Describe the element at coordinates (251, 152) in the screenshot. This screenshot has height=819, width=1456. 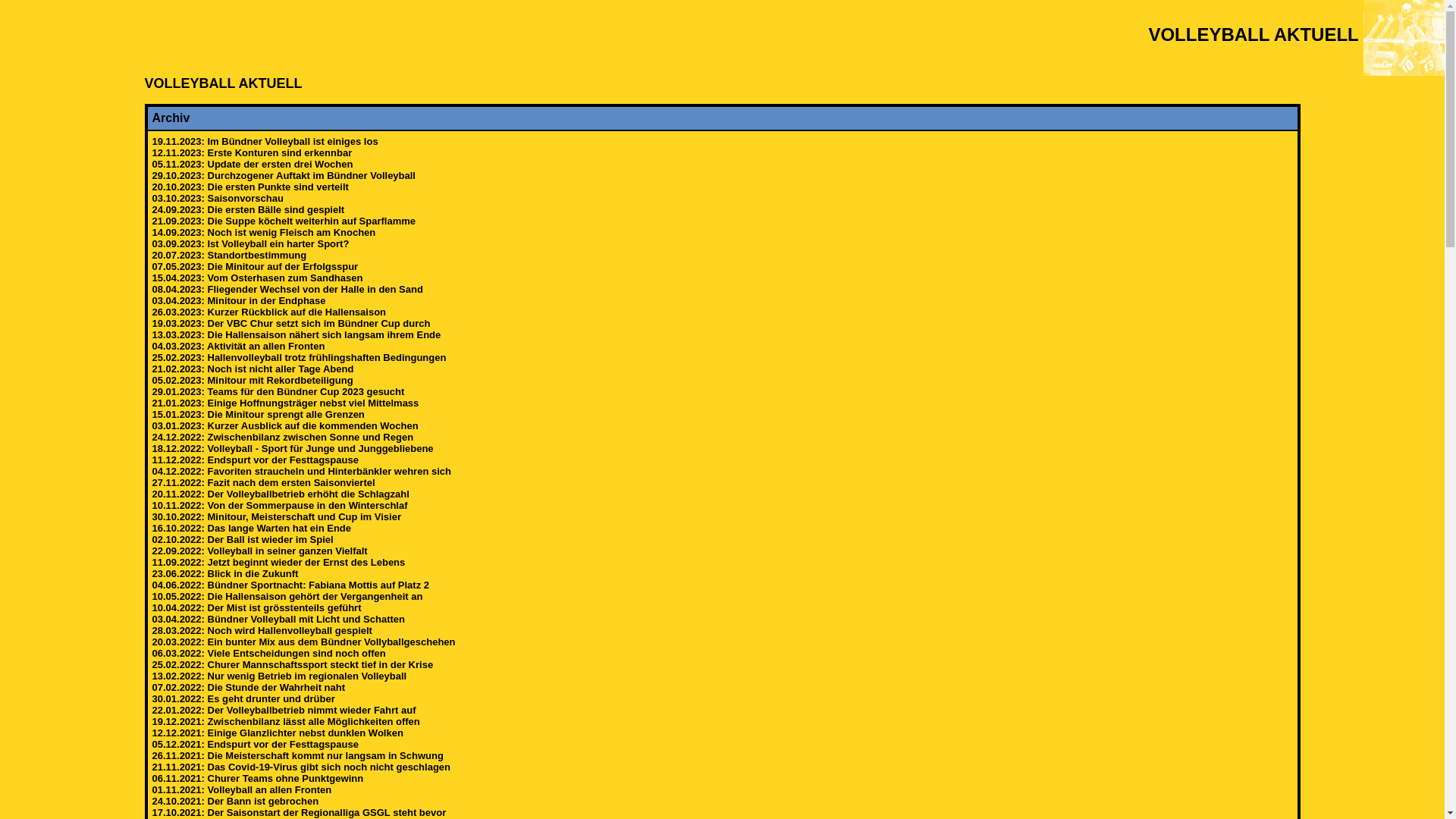
I see `'12.11.2023: Erste Konturen sind erkennbar'` at that location.